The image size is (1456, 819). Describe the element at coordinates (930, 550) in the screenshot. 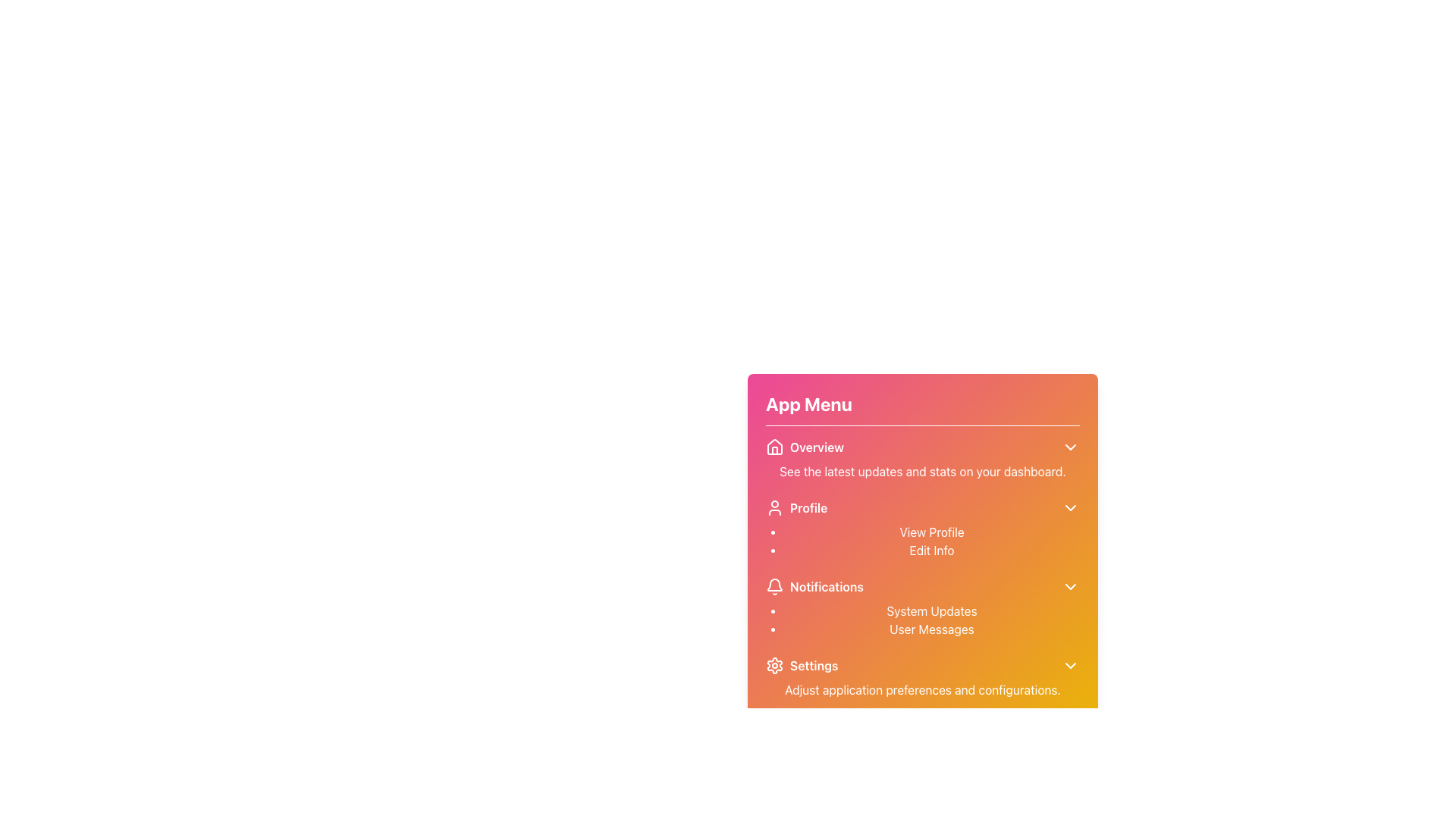

I see `the 'Edit Info' menu item, which is a text label under the 'Profile' section in the menu panel` at that location.